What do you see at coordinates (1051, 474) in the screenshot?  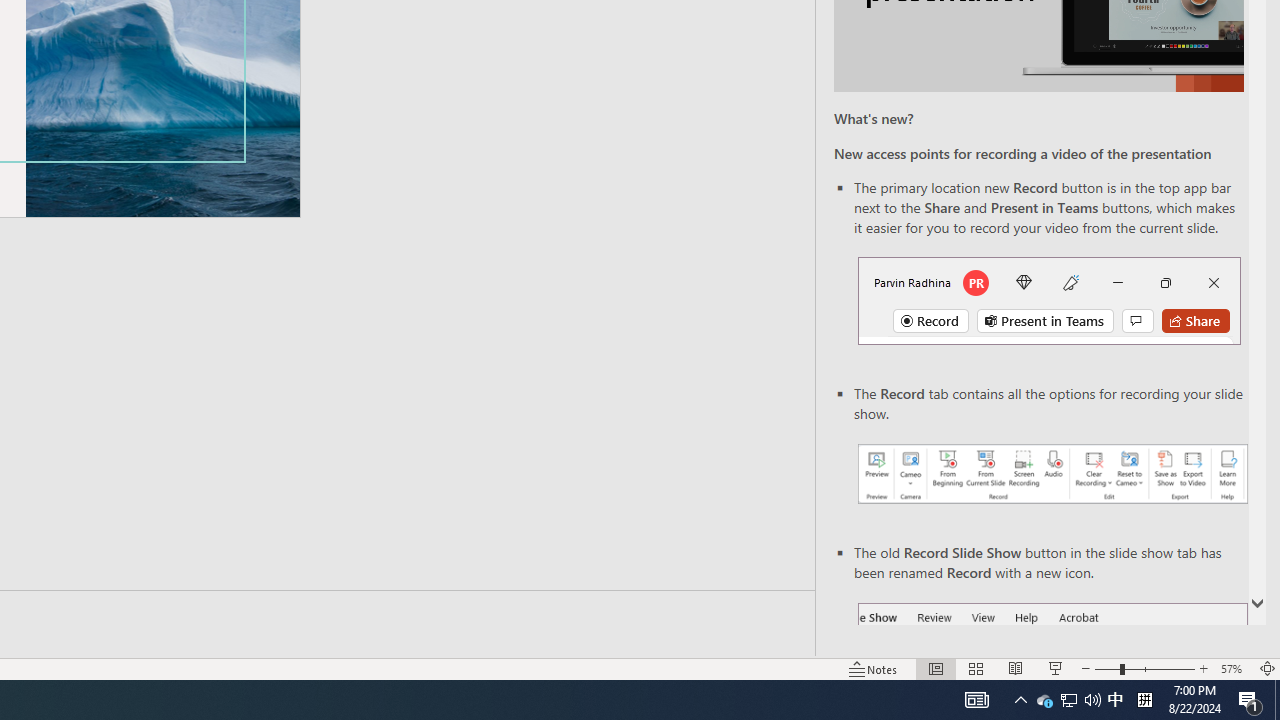 I see `'Record your presentations screenshot one'` at bounding box center [1051, 474].